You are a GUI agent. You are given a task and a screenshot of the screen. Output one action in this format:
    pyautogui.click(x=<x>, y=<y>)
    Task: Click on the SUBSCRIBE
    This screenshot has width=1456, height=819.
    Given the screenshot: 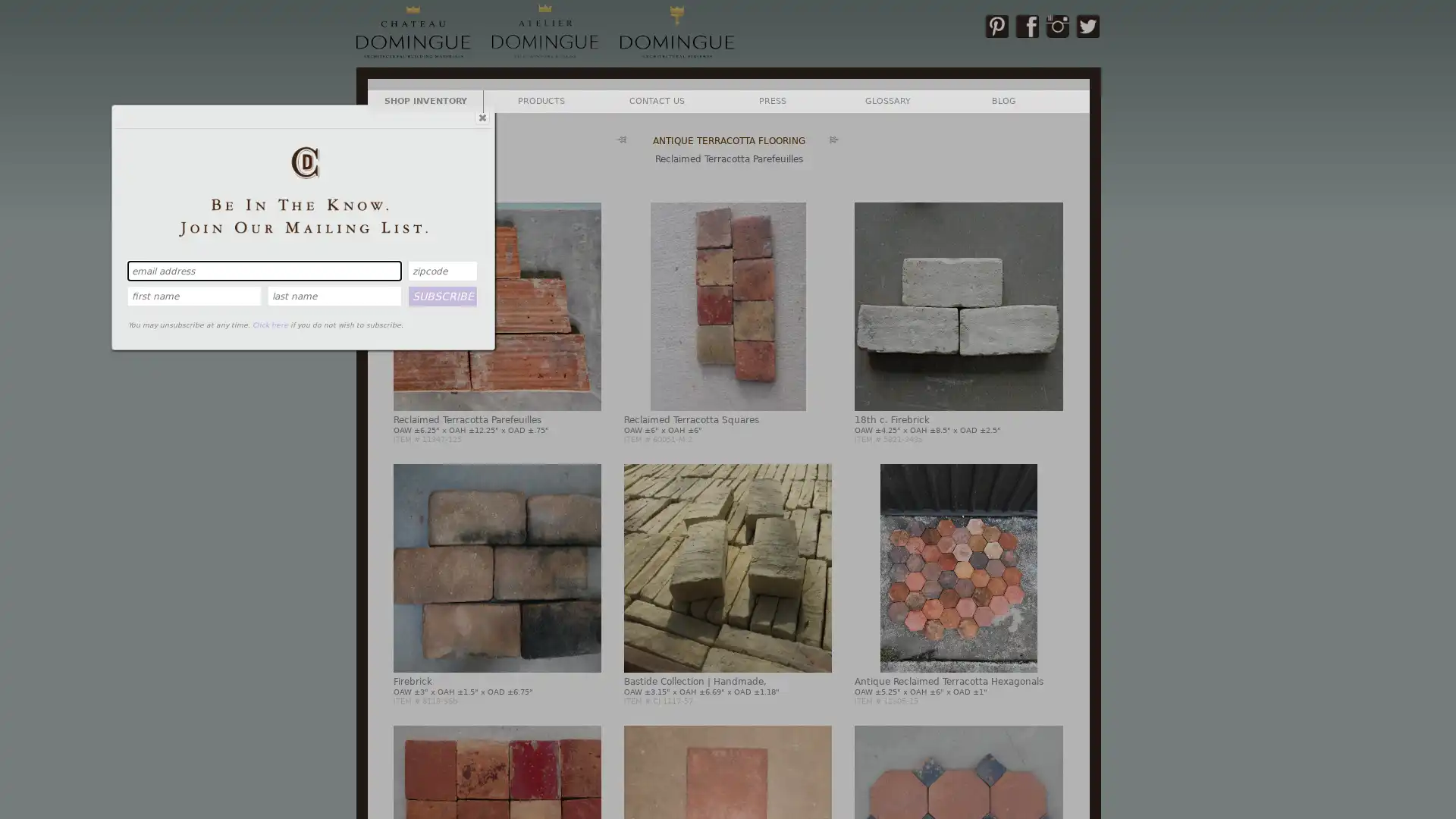 What is the action you would take?
    pyautogui.click(x=442, y=295)
    